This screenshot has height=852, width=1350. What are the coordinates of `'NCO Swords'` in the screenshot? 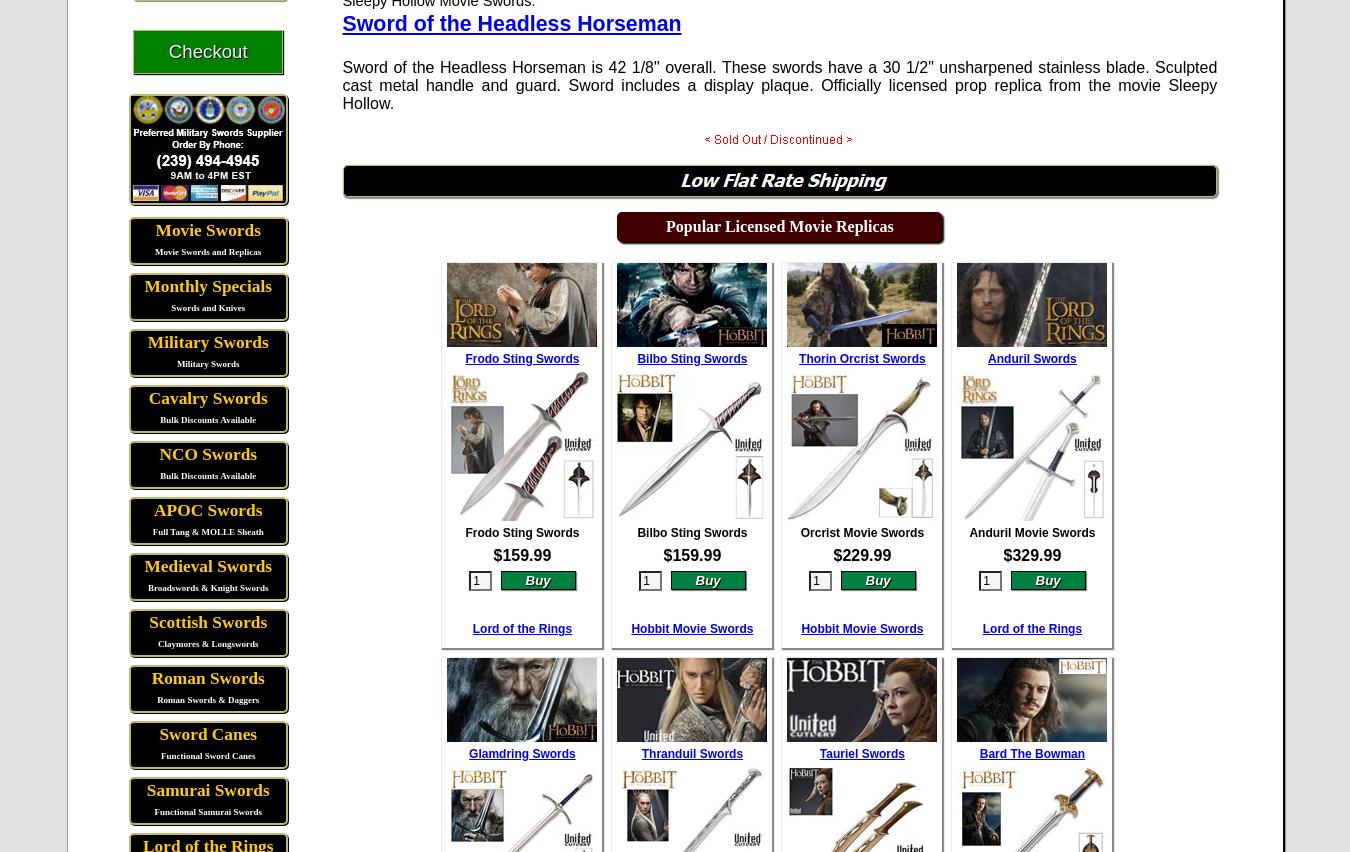 It's located at (208, 453).